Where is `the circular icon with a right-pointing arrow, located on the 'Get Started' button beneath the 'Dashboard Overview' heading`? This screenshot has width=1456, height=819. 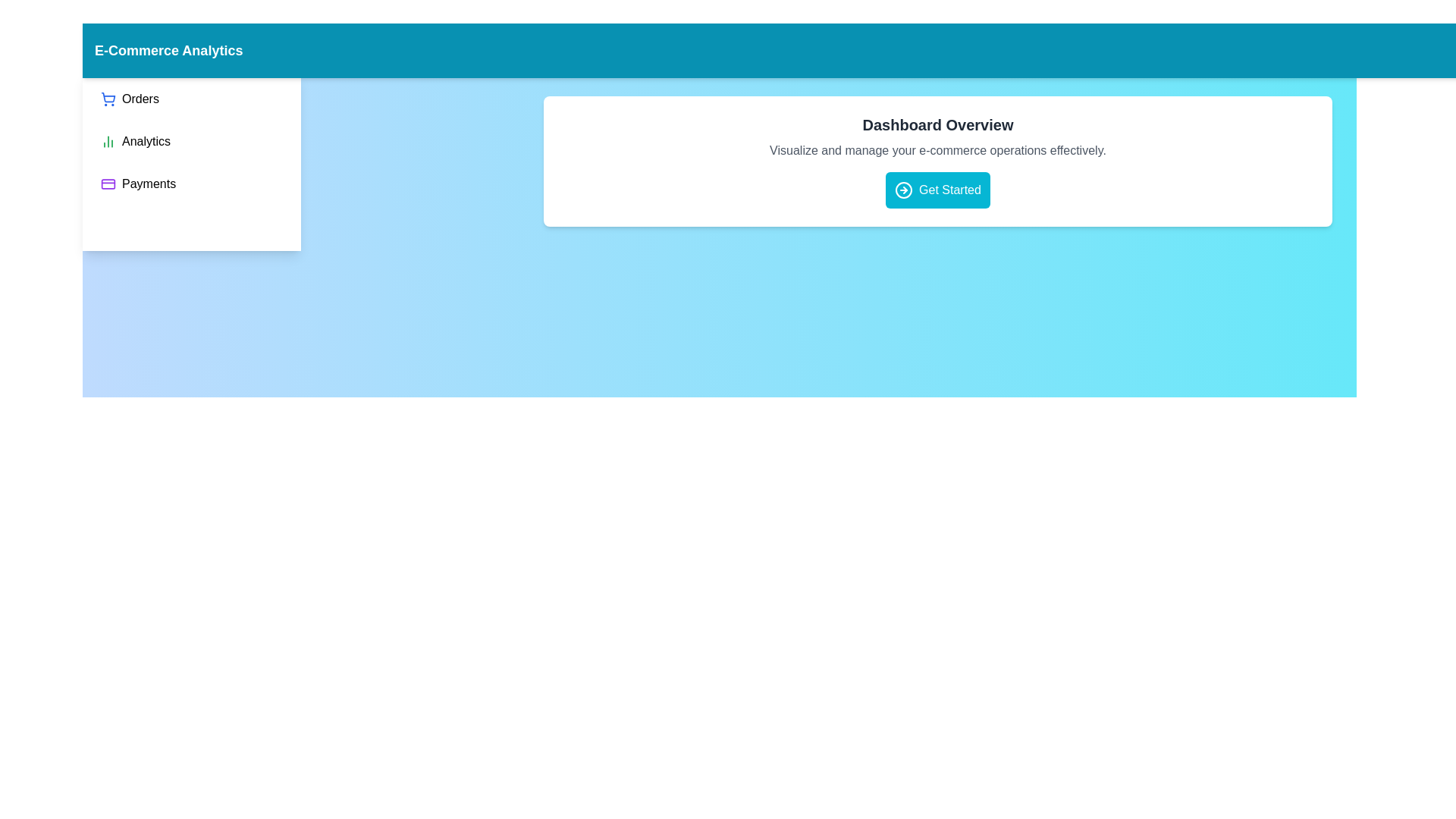
the circular icon with a right-pointing arrow, located on the 'Get Started' button beneath the 'Dashboard Overview' heading is located at coordinates (904, 189).